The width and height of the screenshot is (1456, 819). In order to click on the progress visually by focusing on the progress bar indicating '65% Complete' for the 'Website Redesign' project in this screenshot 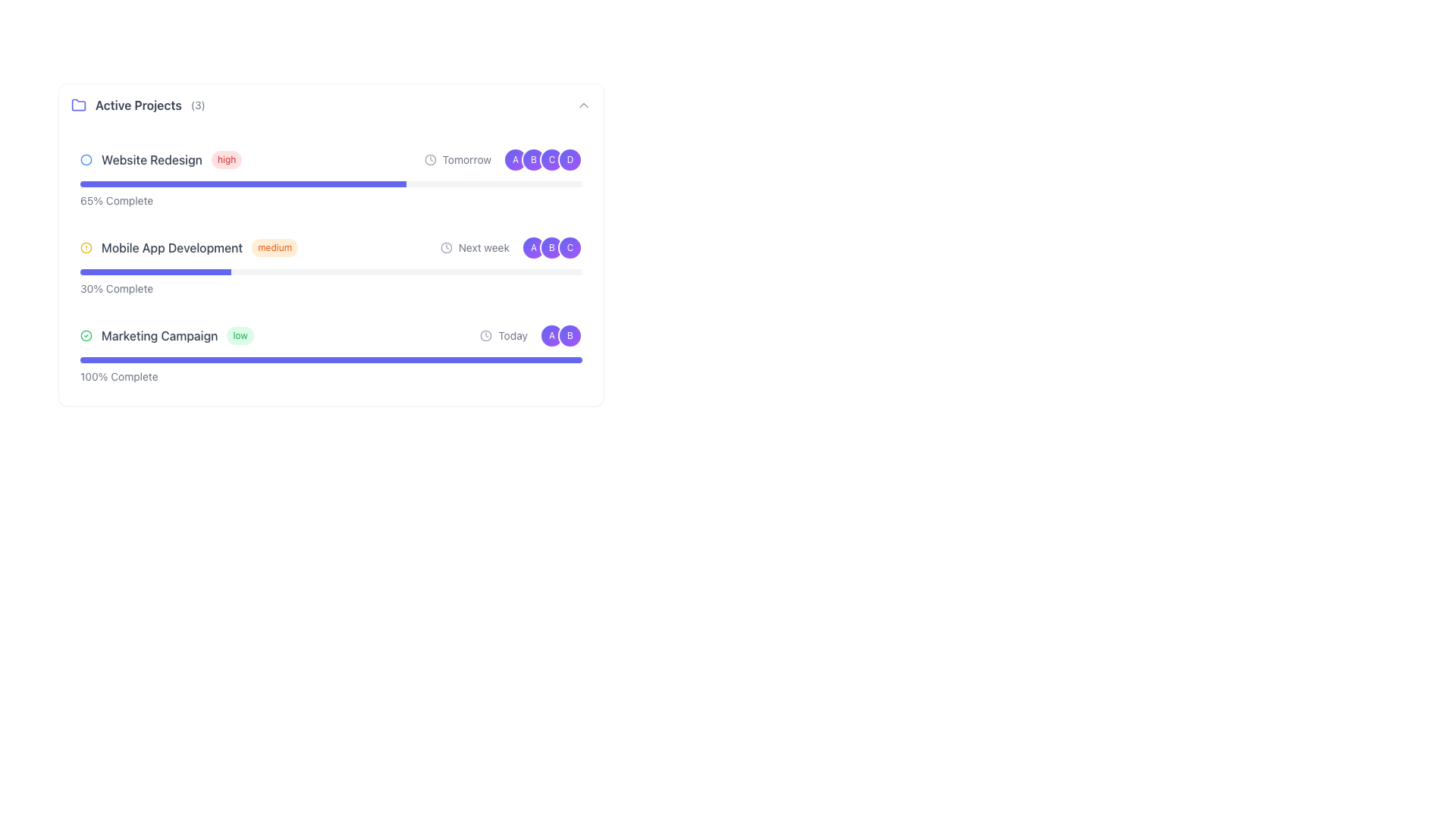, I will do `click(330, 184)`.